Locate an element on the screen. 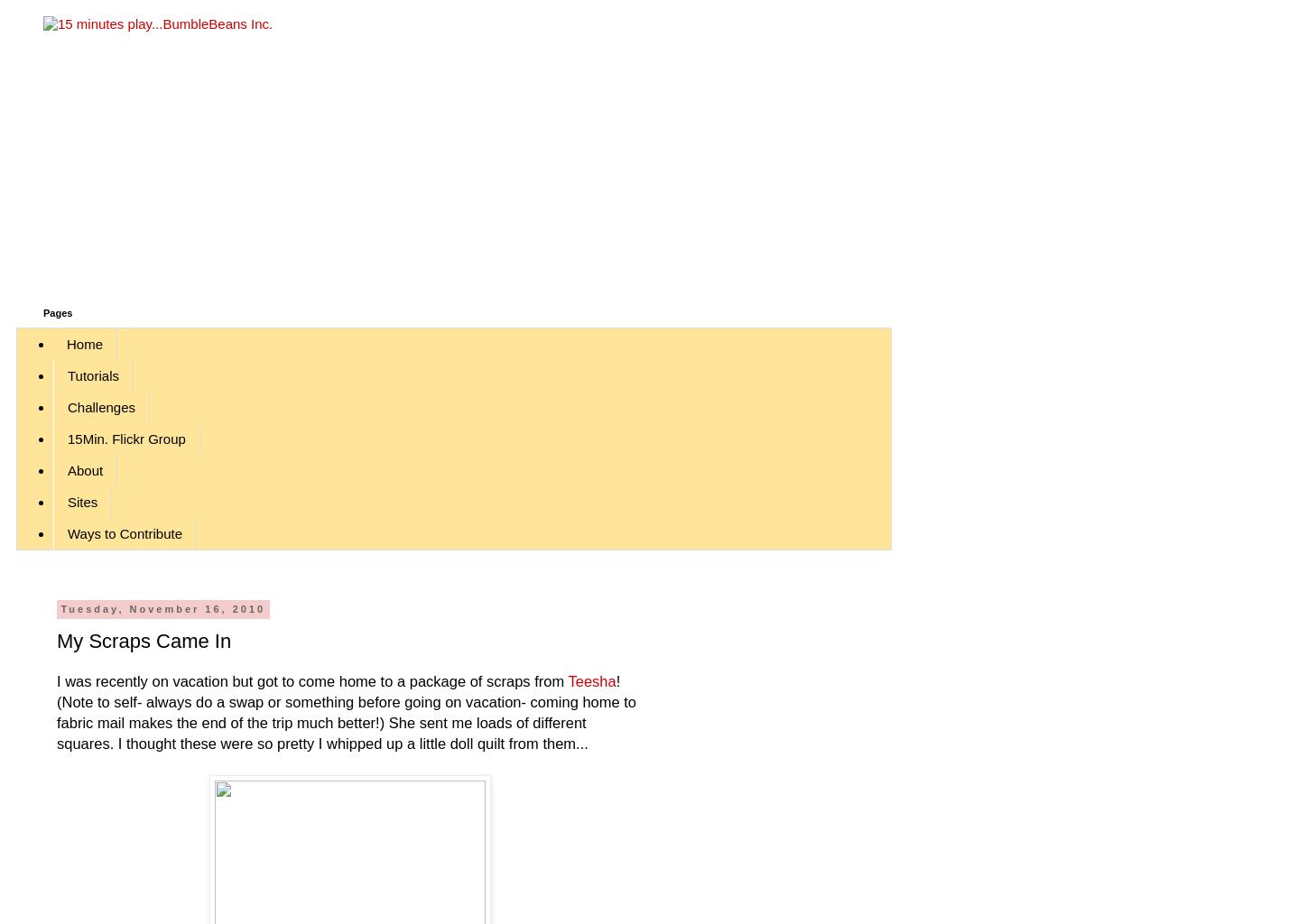 This screenshot has height=924, width=1316. 'Ways to Contribute' is located at coordinates (124, 532).